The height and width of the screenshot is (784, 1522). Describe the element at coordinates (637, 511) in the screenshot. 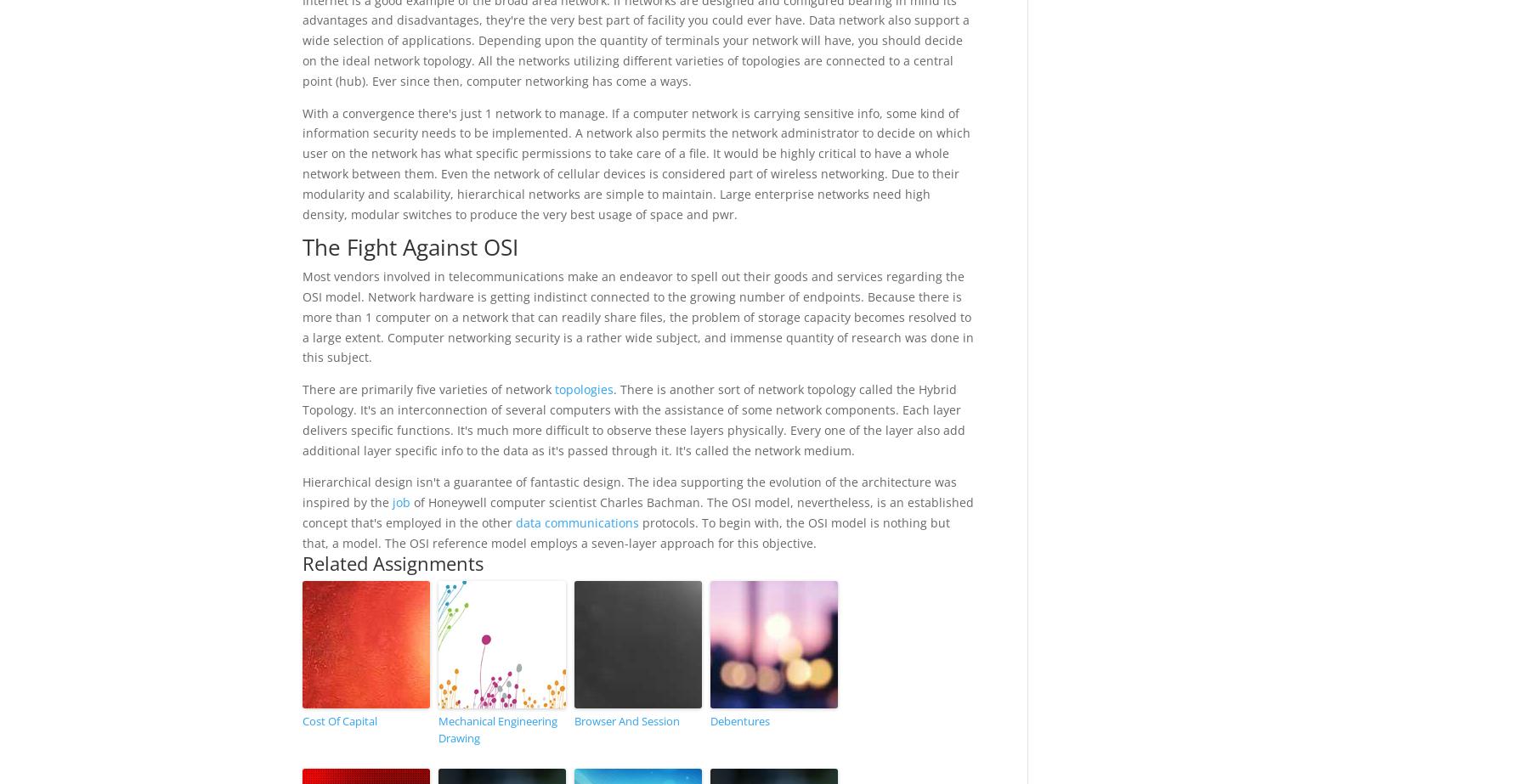

I see `'of Honeywell computer scientist Charles Bachman. The OSI model, nevertheless, is an established concept that's employed in the other'` at that location.